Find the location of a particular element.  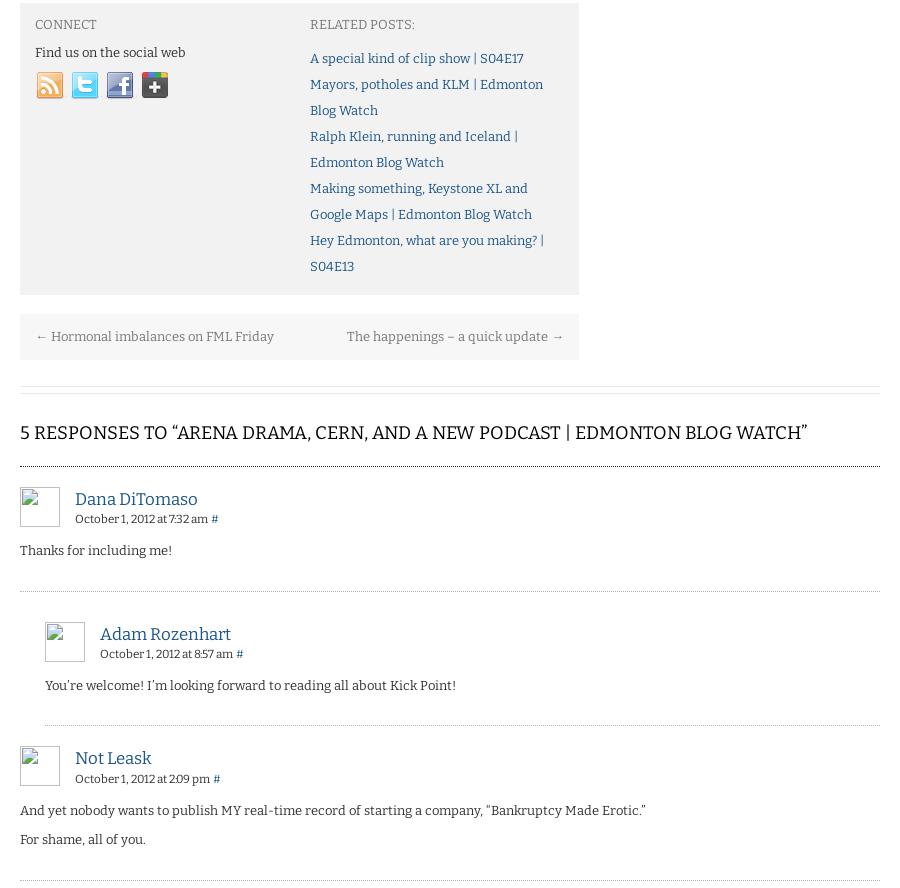

'Related Posts:' is located at coordinates (362, 23).